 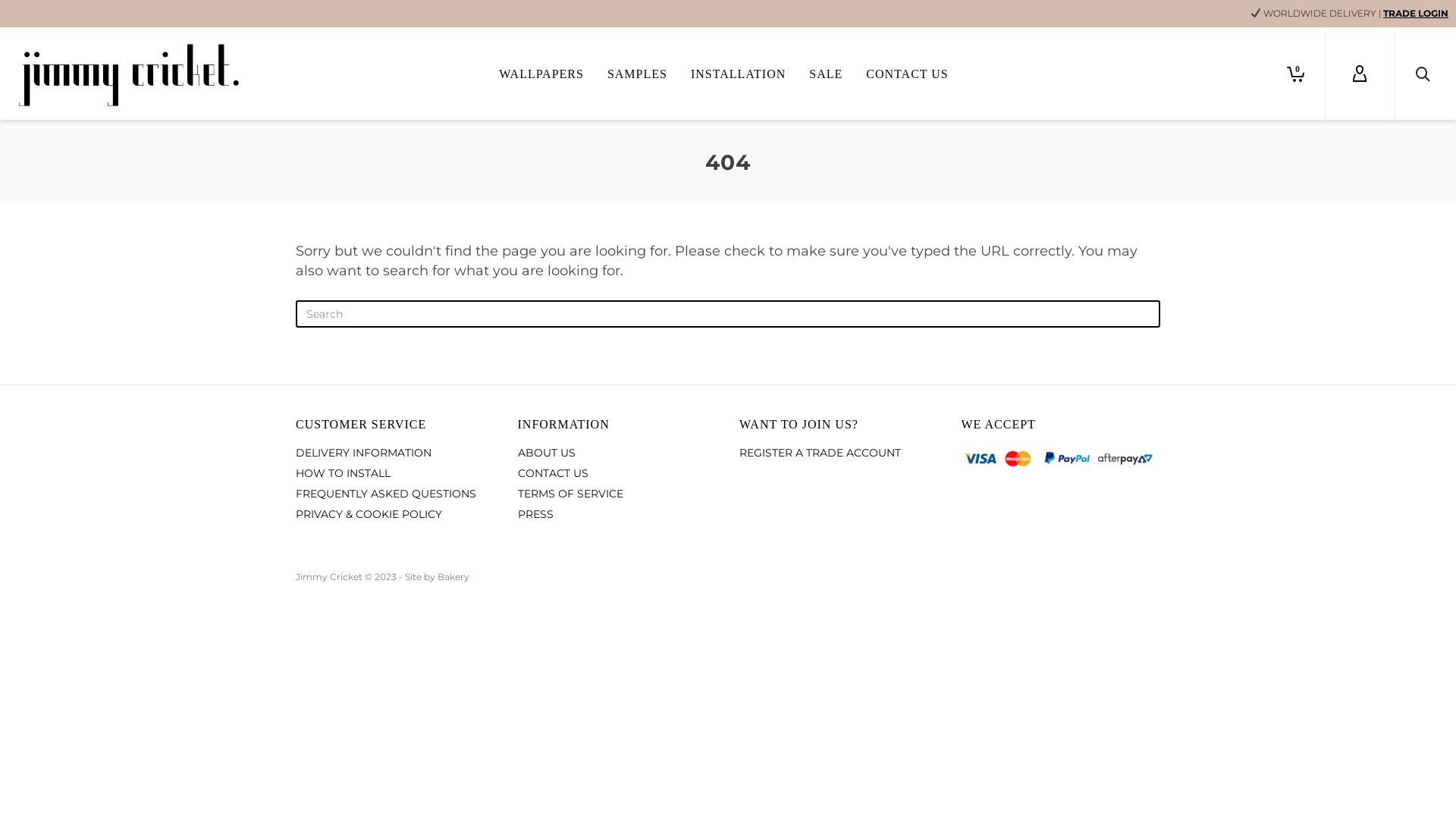 I want to click on '0', so click(x=1278, y=74).